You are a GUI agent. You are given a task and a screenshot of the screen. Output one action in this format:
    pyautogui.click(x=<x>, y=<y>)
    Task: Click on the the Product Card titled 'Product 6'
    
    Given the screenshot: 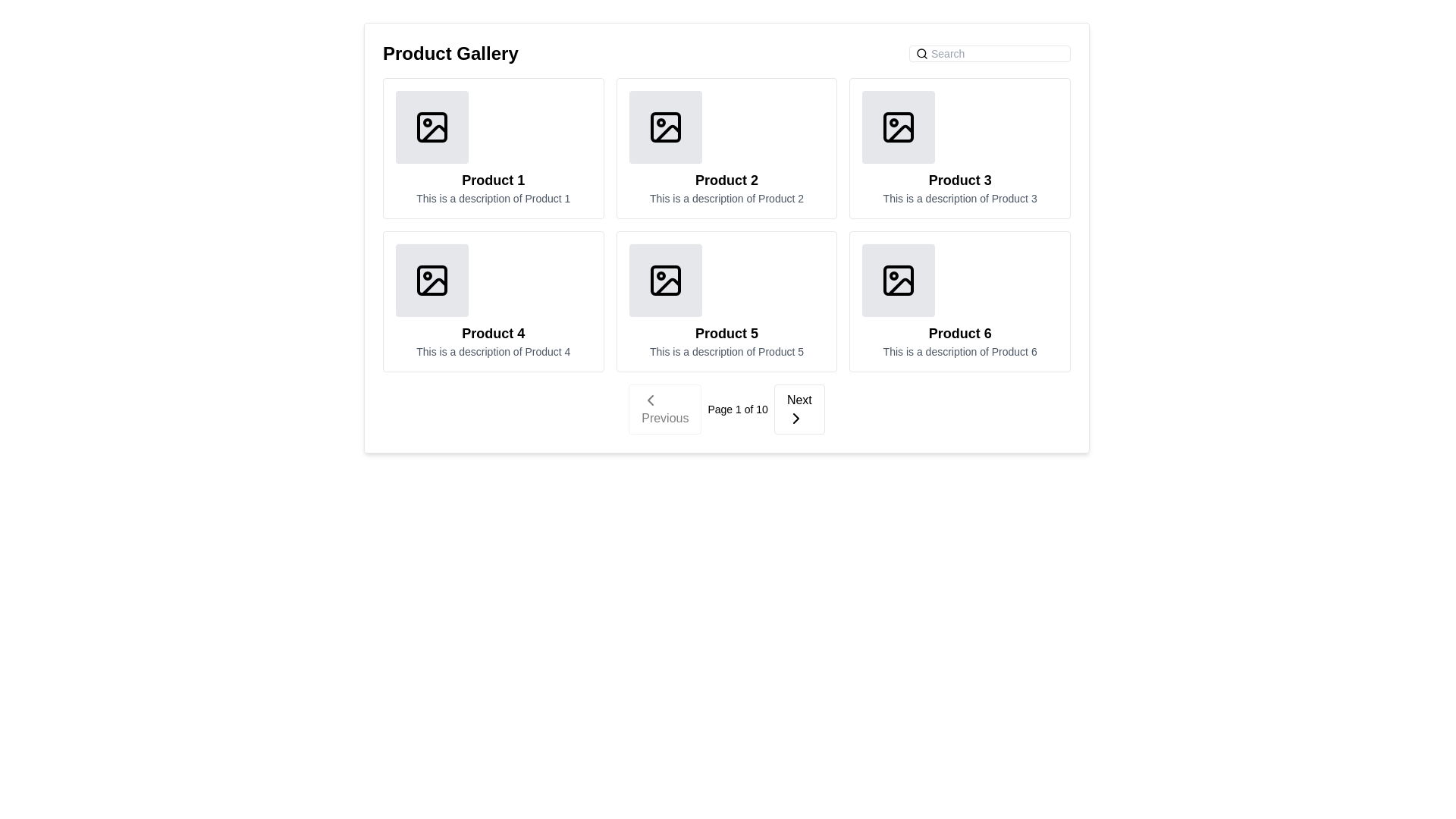 What is the action you would take?
    pyautogui.click(x=959, y=301)
    